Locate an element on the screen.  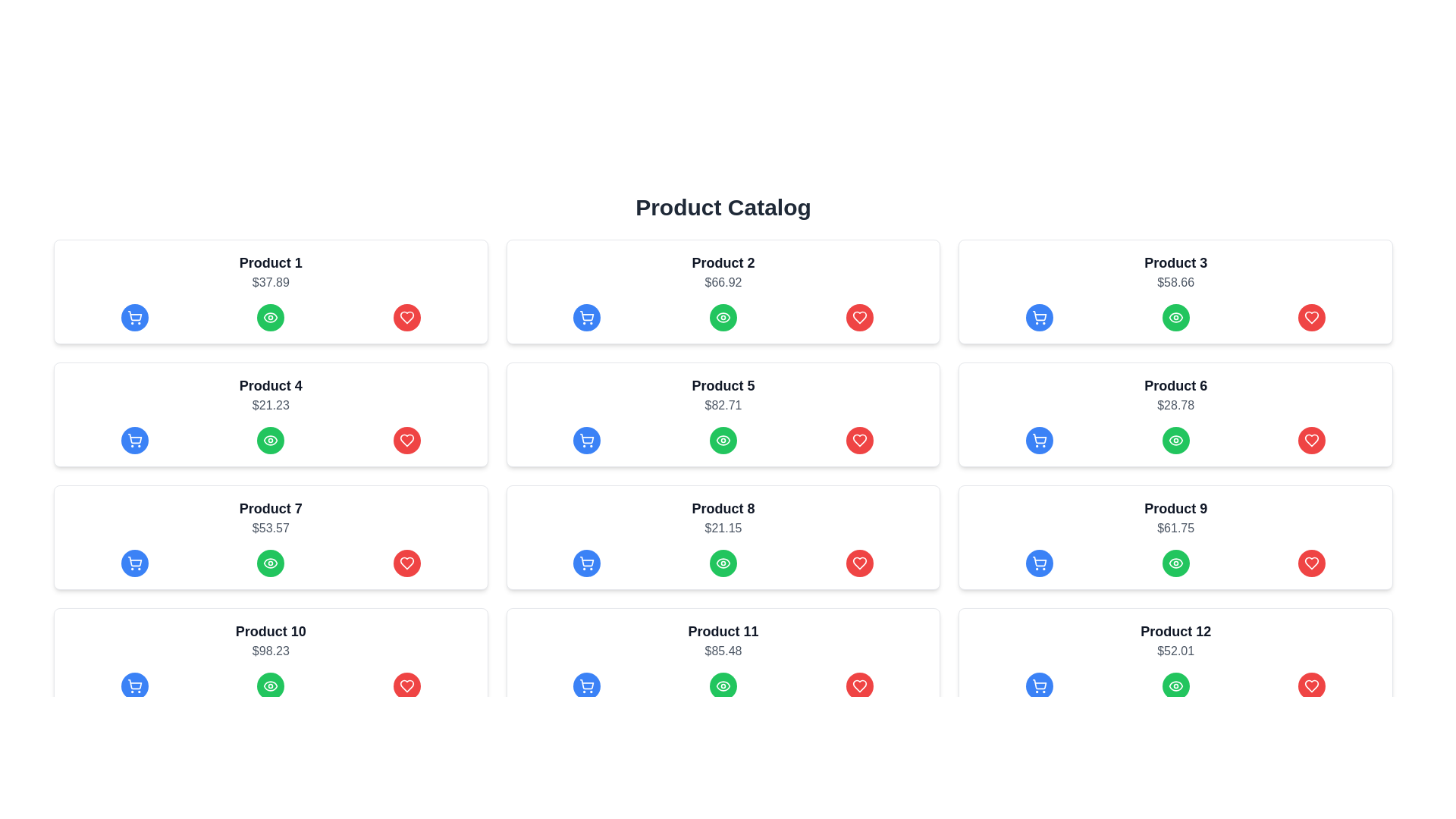
the circular red button with a white heart icon, which is the rightmost button in the row labeled 'Product 4' in the second row of the grid is located at coordinates (406, 441).